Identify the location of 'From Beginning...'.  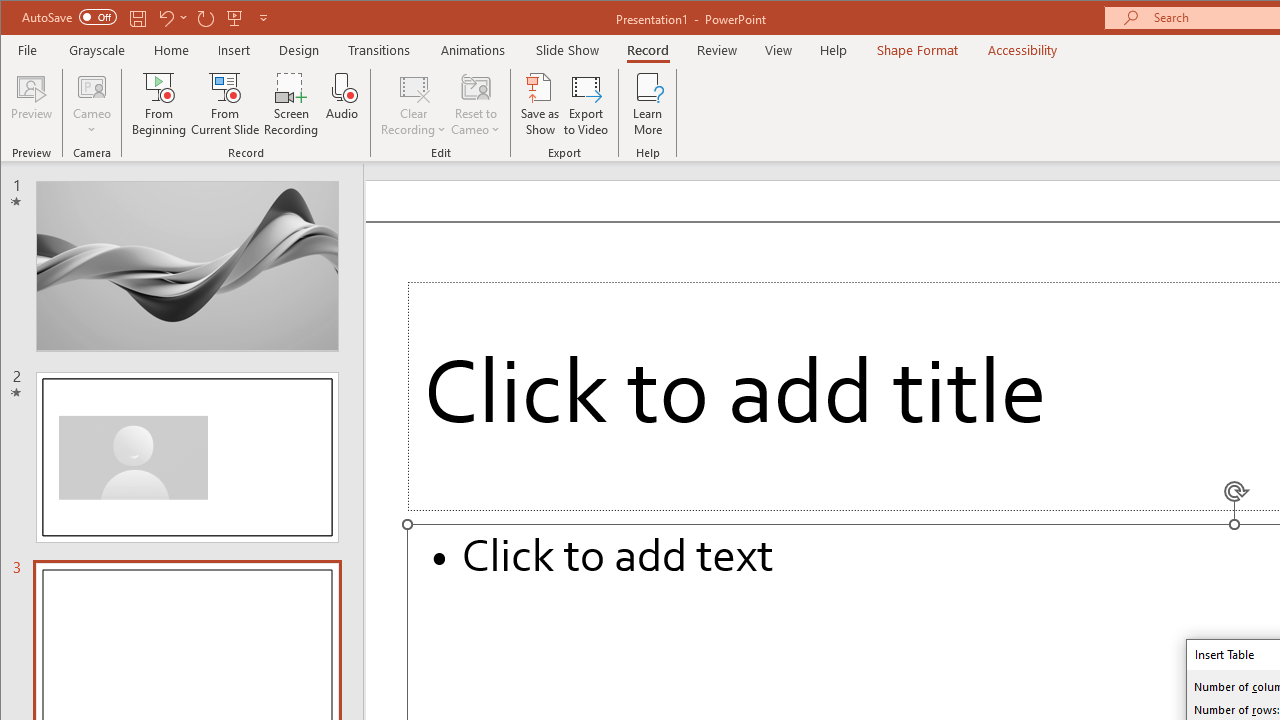
(160, 104).